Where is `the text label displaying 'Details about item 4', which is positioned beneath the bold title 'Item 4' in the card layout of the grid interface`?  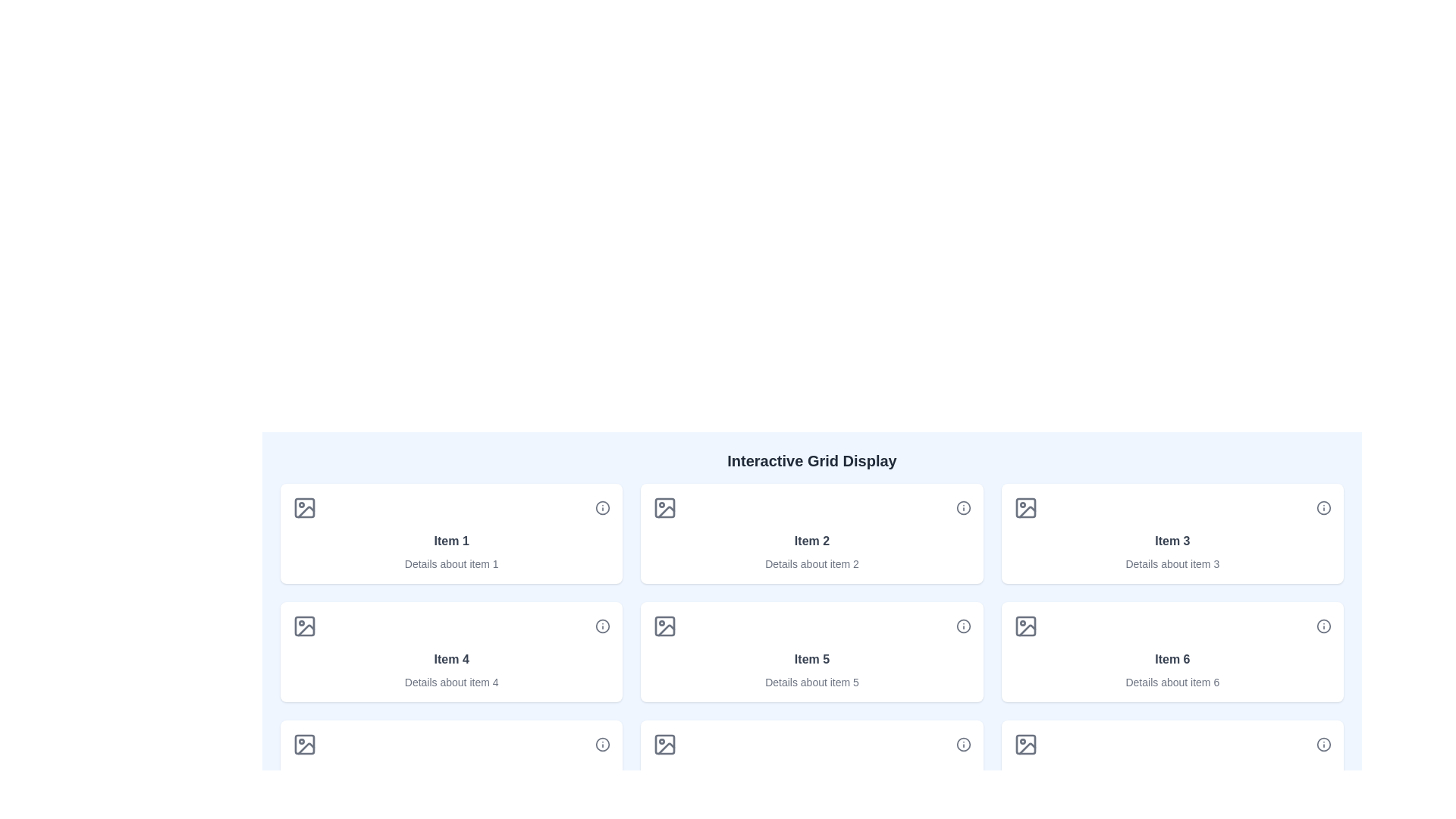
the text label displaying 'Details about item 4', which is positioned beneath the bold title 'Item 4' in the card layout of the grid interface is located at coordinates (450, 681).